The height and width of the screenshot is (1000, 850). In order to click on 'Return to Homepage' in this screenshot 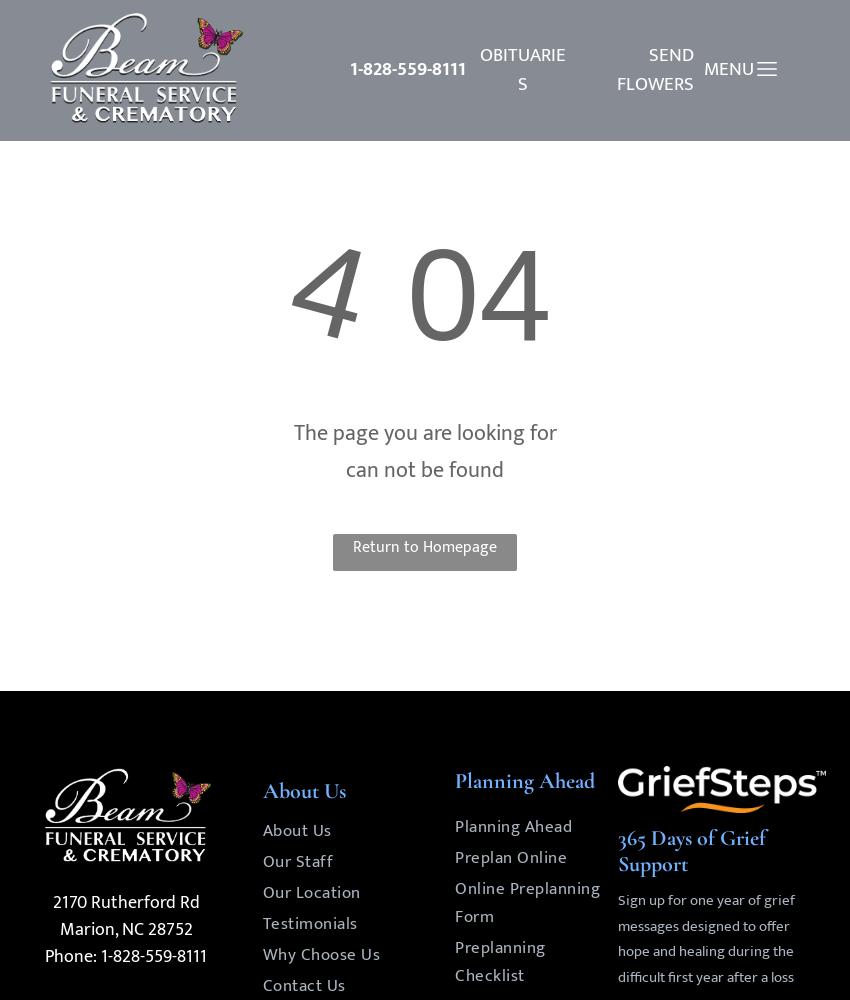, I will do `click(425, 547)`.